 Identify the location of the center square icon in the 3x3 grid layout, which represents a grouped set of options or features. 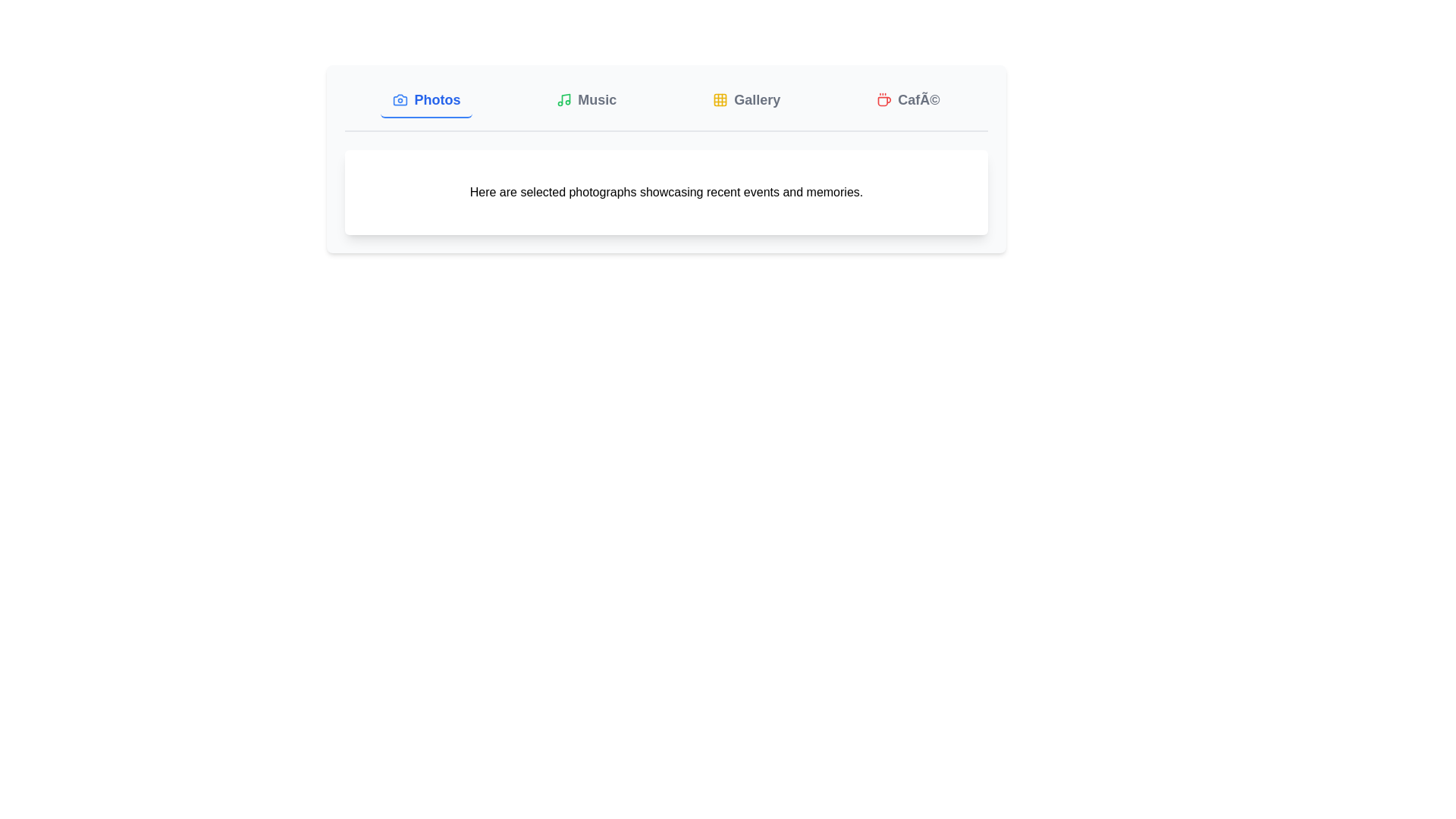
(720, 99).